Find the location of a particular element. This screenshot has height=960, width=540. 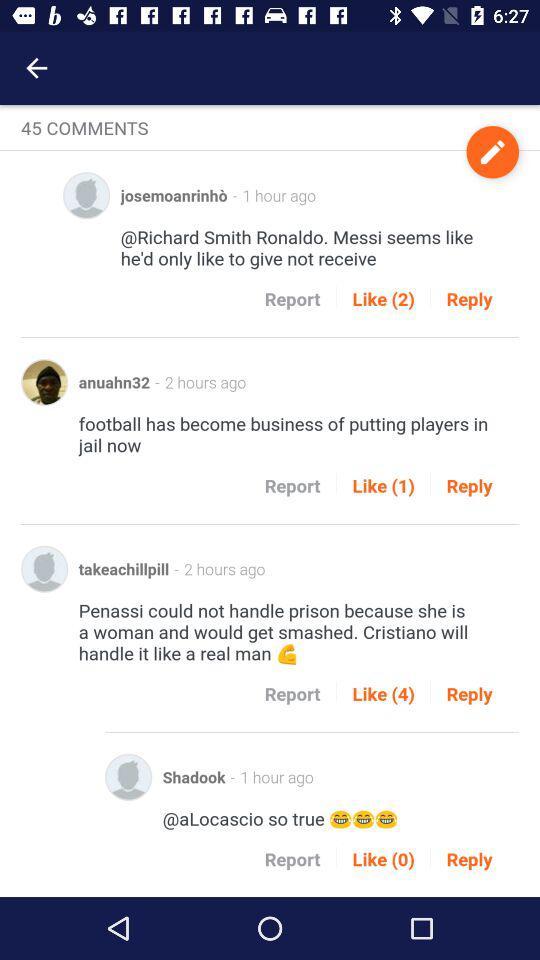

icon next to the reply icon is located at coordinates (383, 484).